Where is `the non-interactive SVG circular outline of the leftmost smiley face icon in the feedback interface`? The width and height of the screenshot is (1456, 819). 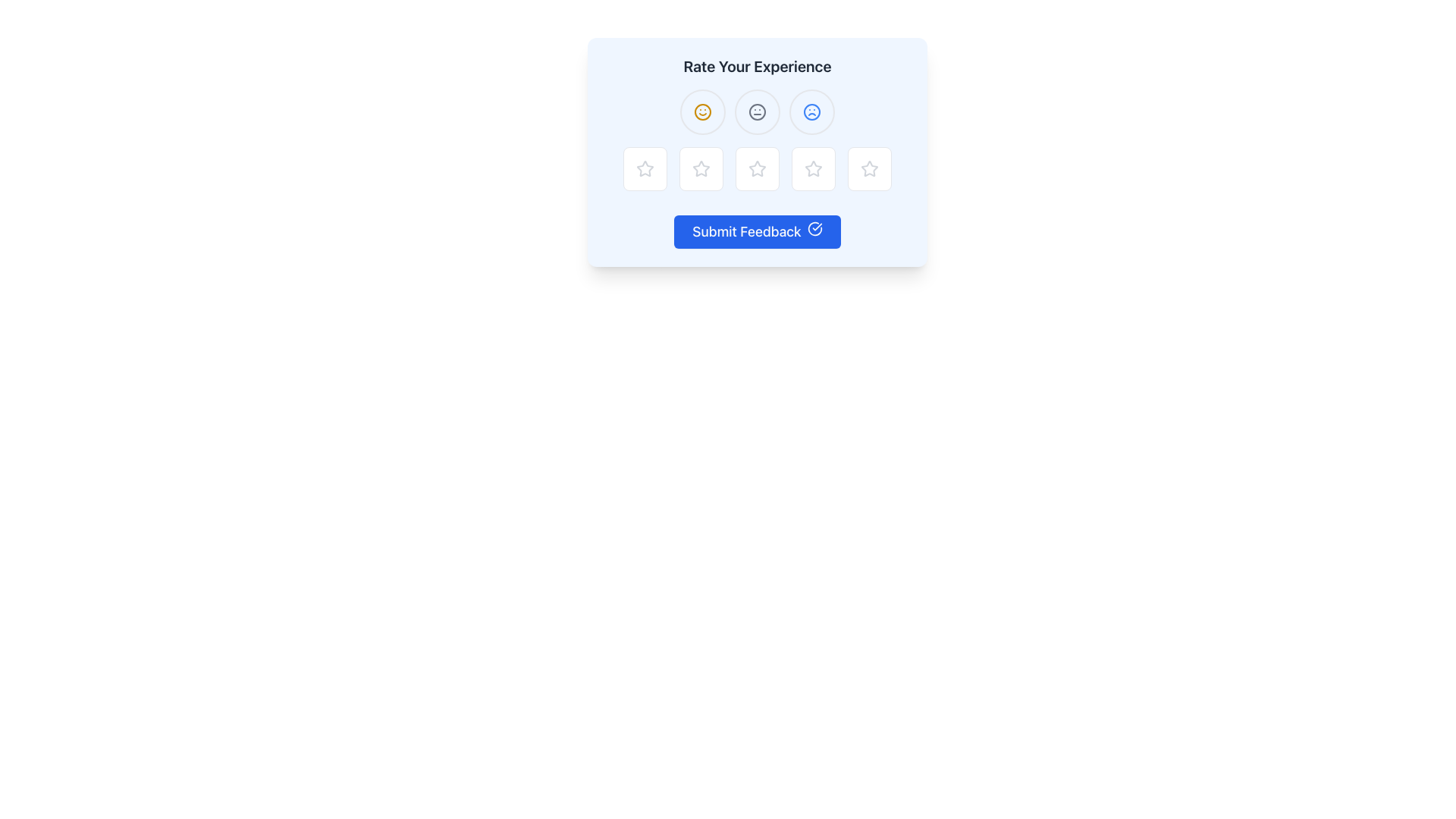 the non-interactive SVG circular outline of the leftmost smiley face icon in the feedback interface is located at coordinates (701, 111).